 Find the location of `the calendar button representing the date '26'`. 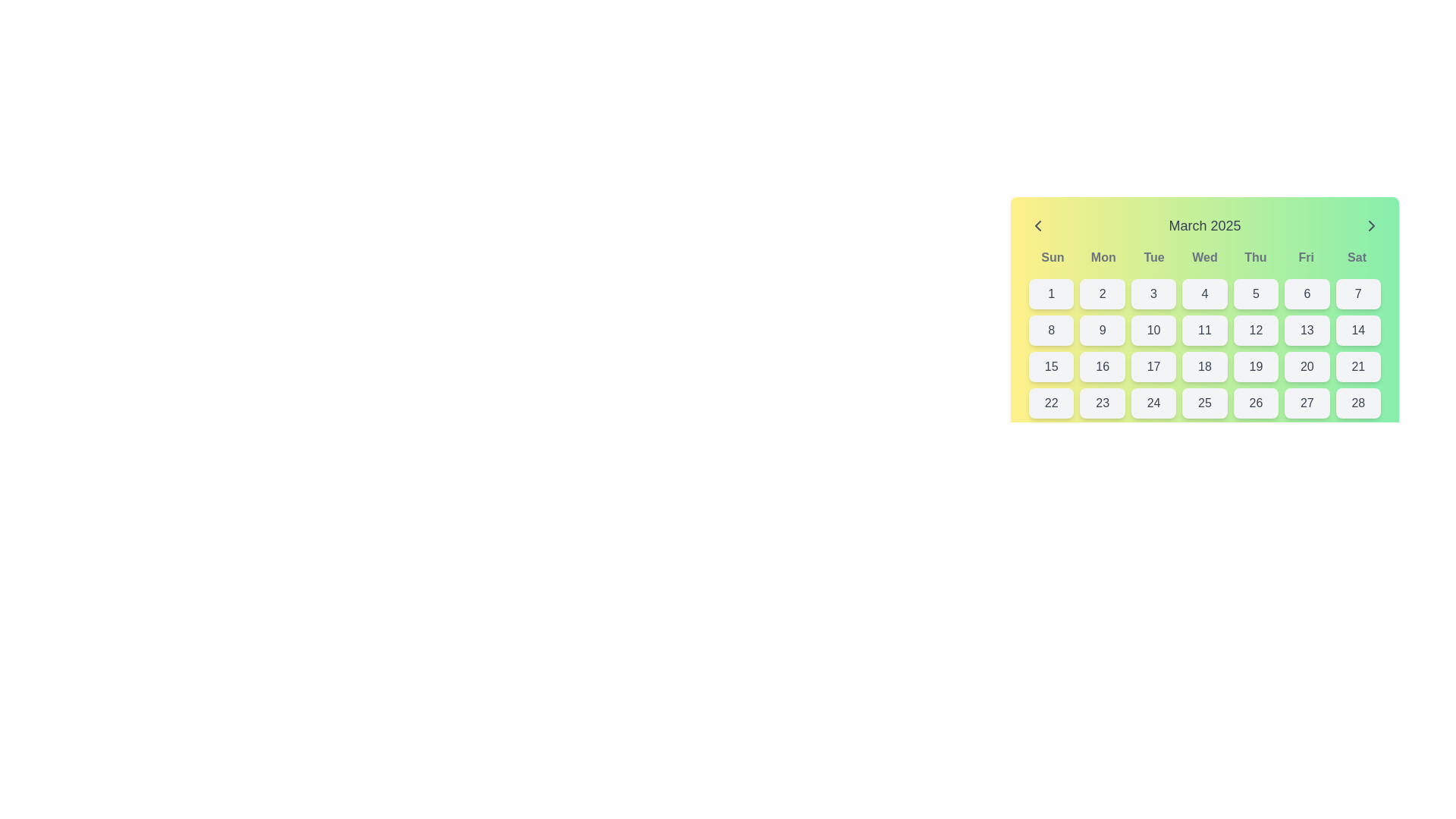

the calendar button representing the date '26' is located at coordinates (1256, 403).